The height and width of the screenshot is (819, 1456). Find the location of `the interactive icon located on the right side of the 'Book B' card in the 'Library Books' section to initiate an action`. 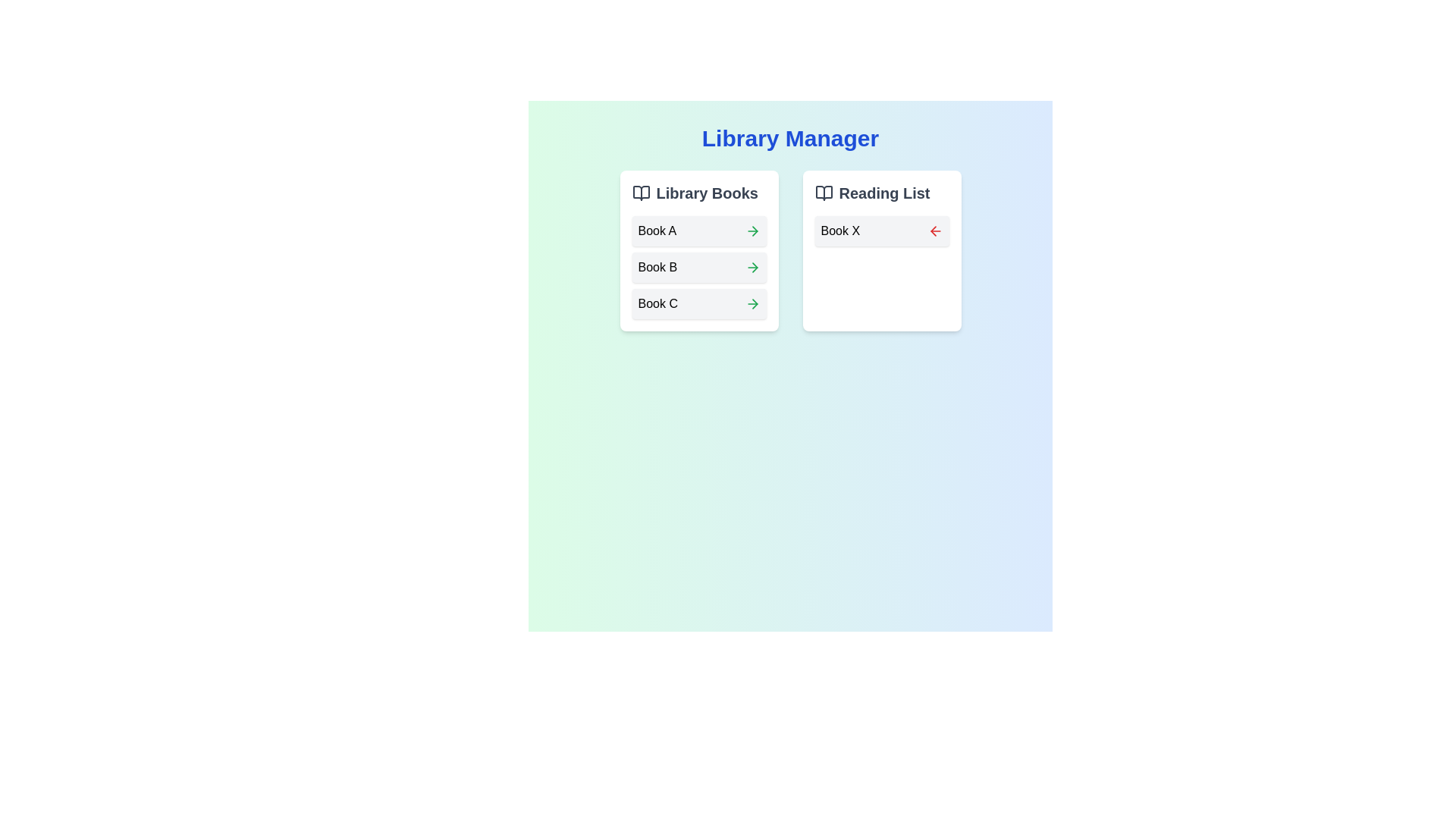

the interactive icon located on the right side of the 'Book B' card in the 'Library Books' section to initiate an action is located at coordinates (752, 267).